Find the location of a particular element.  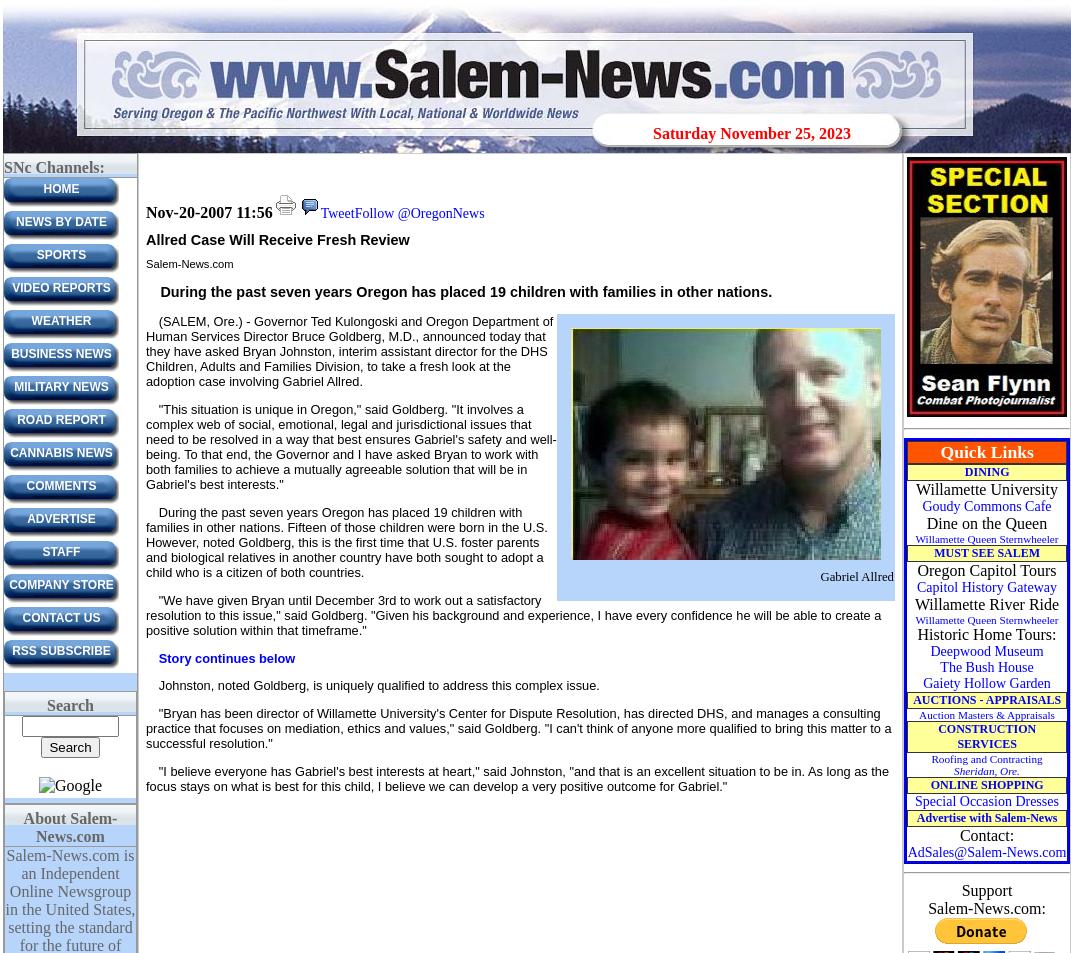

'"We have given Bryan until December 3rd to work out a satisfactory resolution to this issue," said Goldberg. "Given his background and experience, I have every confidence he will be able to create a positive solution within that timeframe."' is located at coordinates (512, 614).